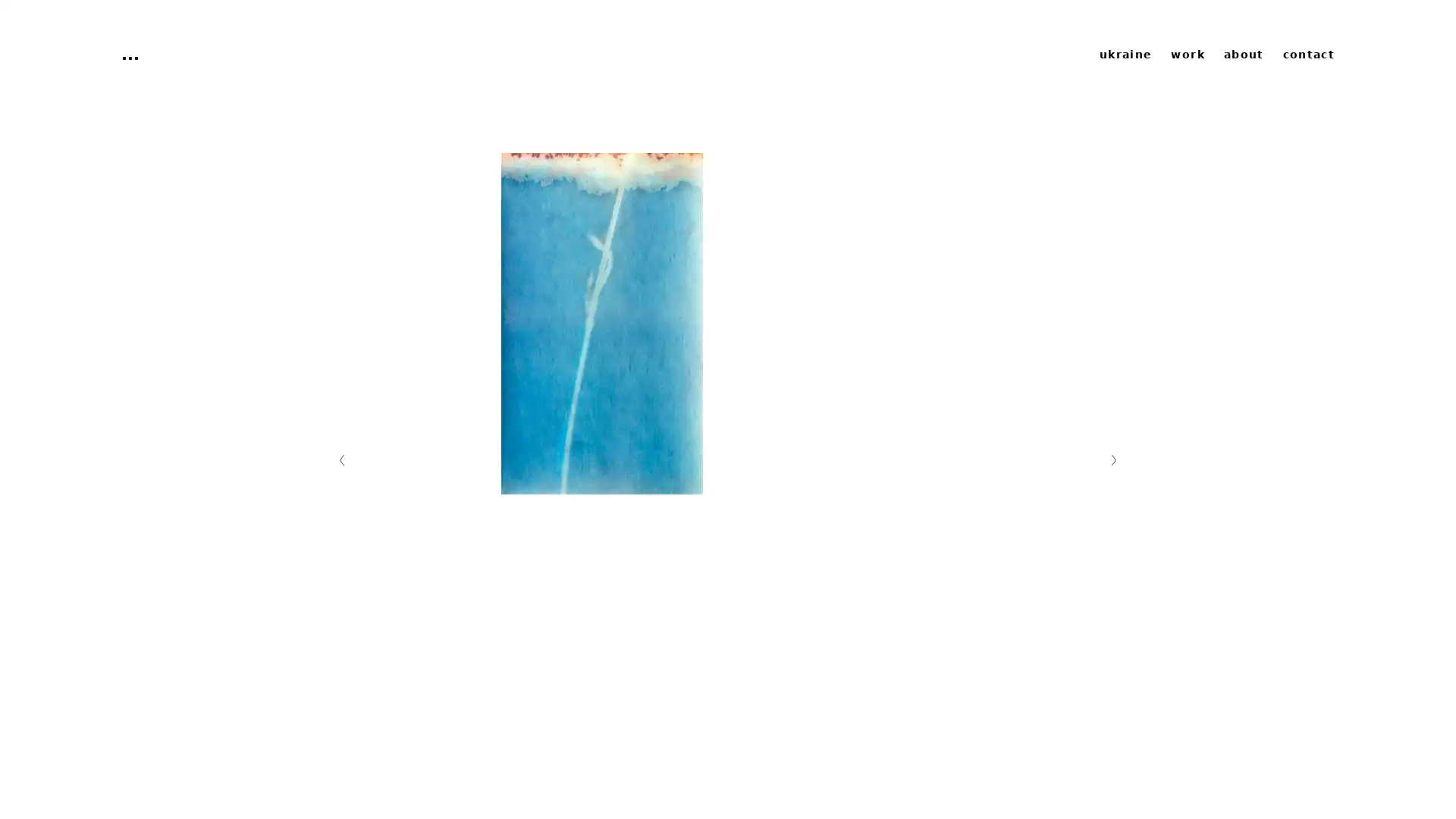  I want to click on Vorherige Folie, so click(340, 459).